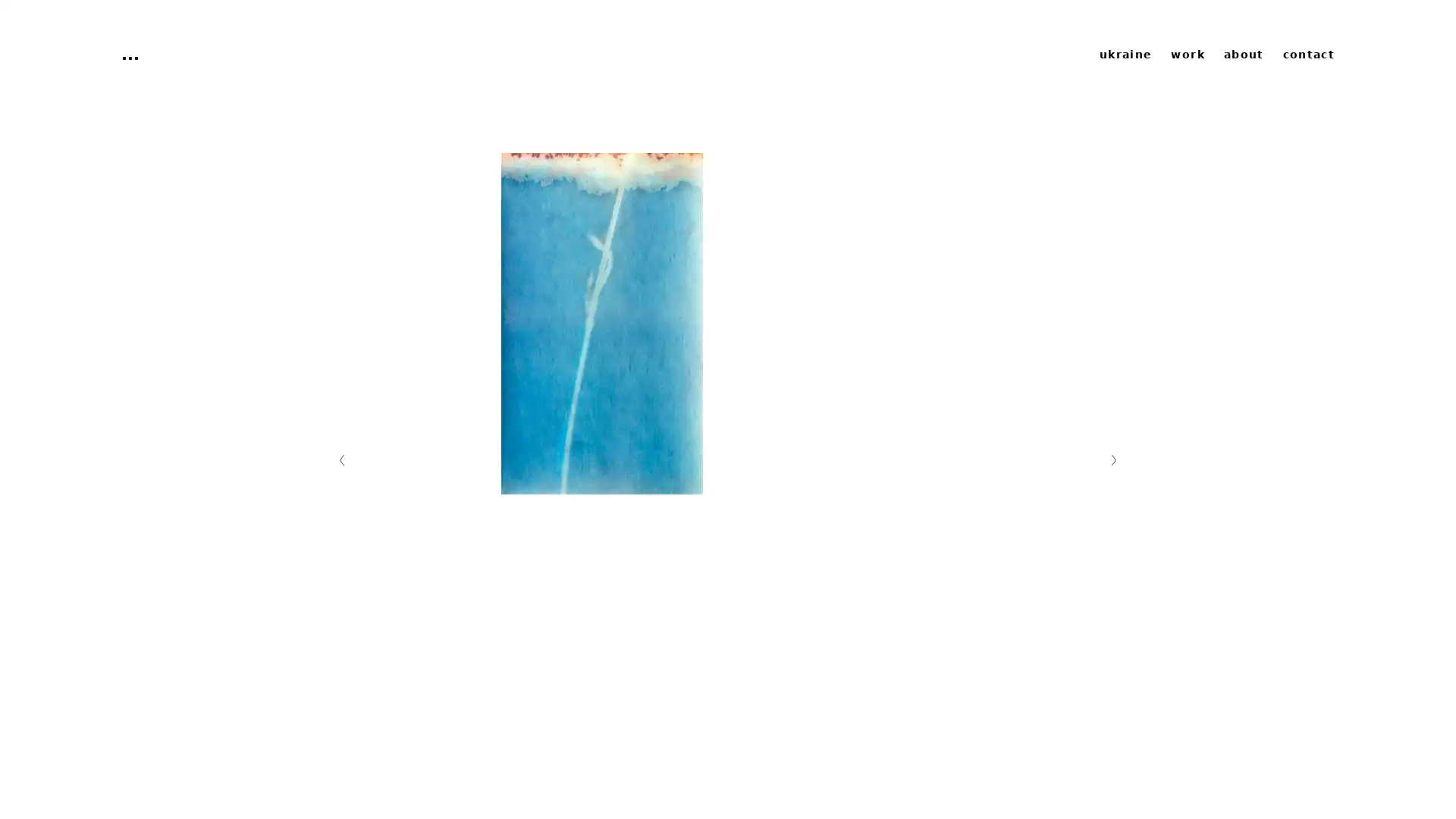  I want to click on Vorherige Folie, so click(340, 459).